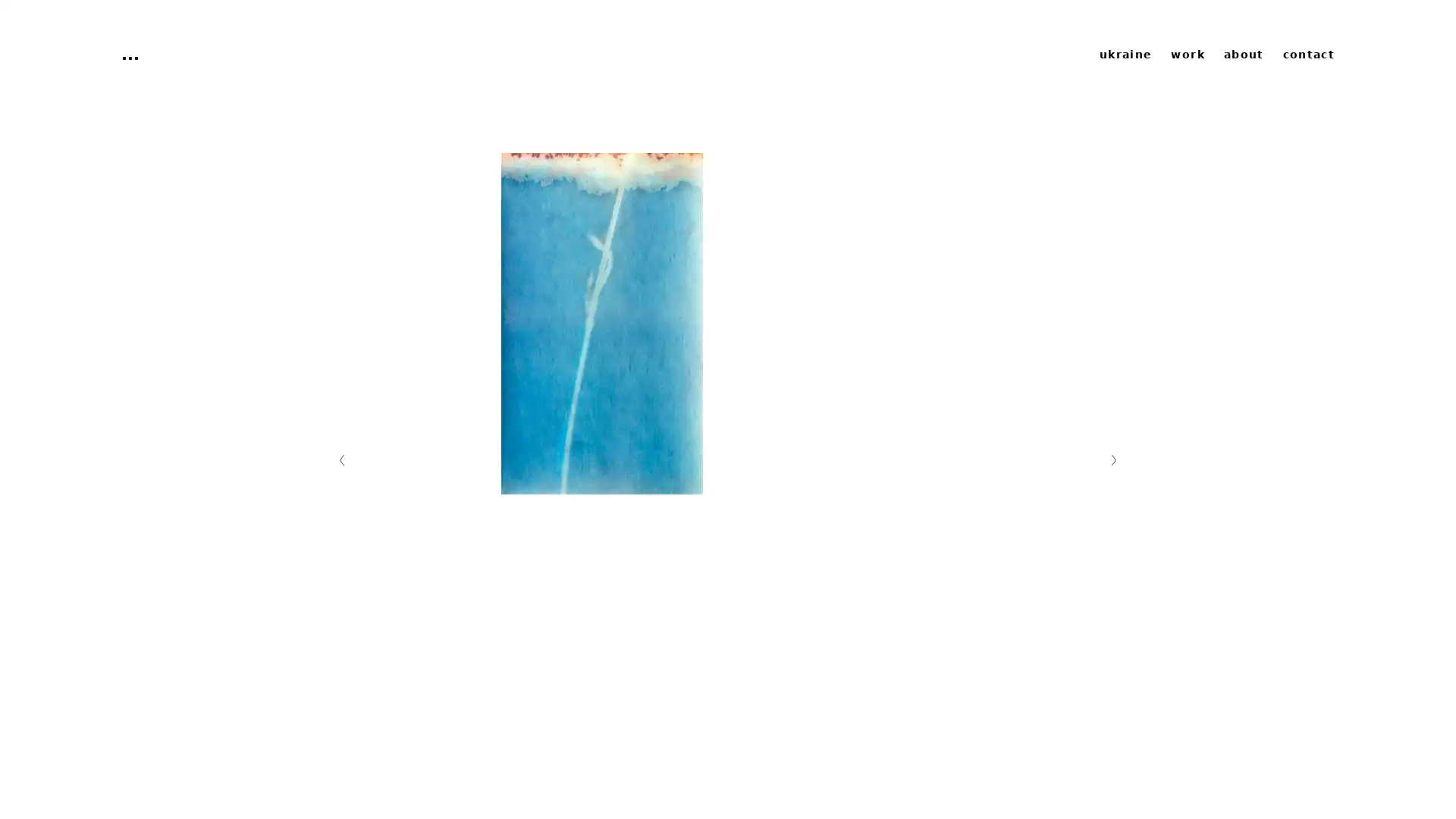  I want to click on Vorherige Folie, so click(340, 459).